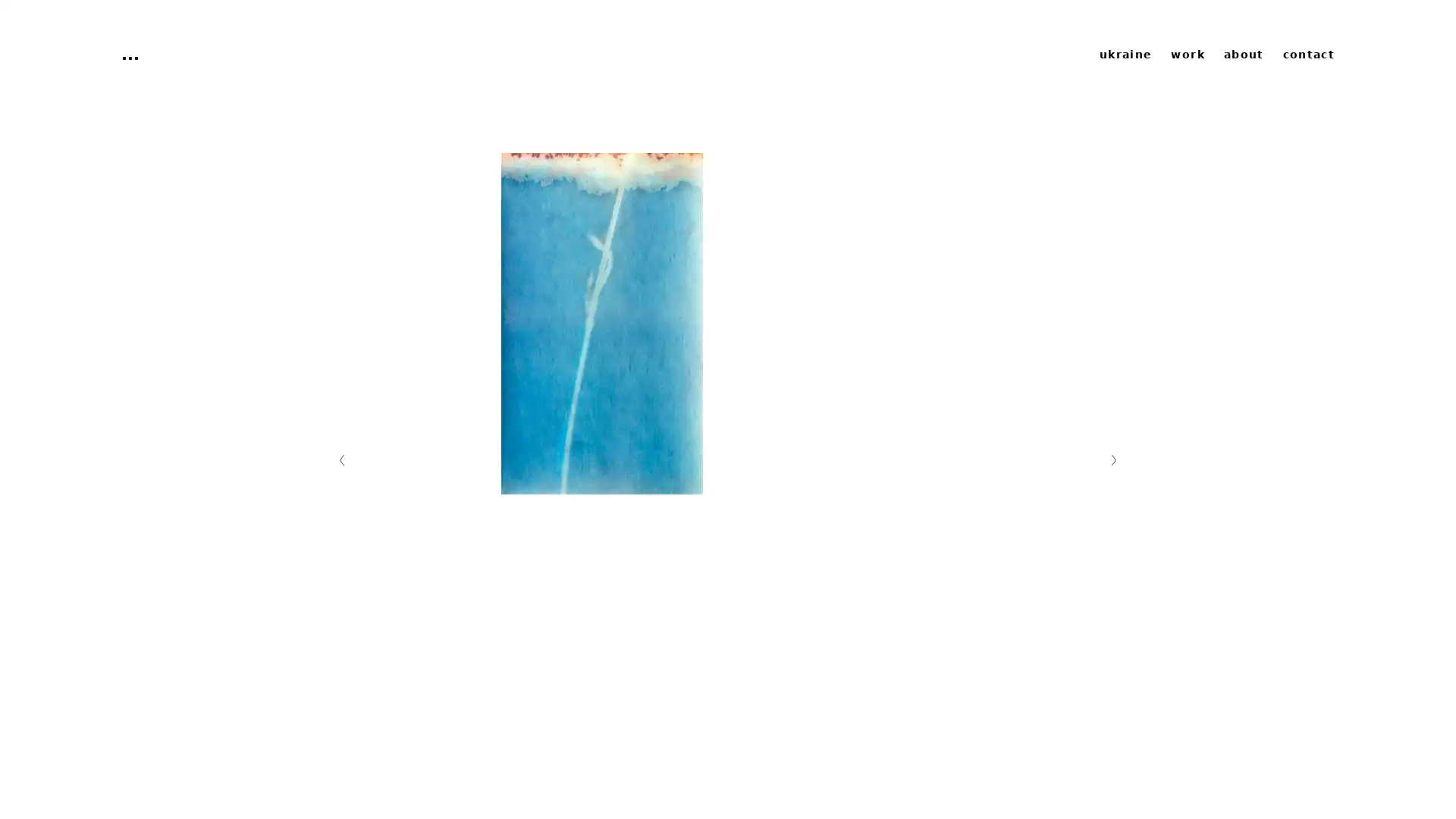  I want to click on Vorherige Folie, so click(340, 459).